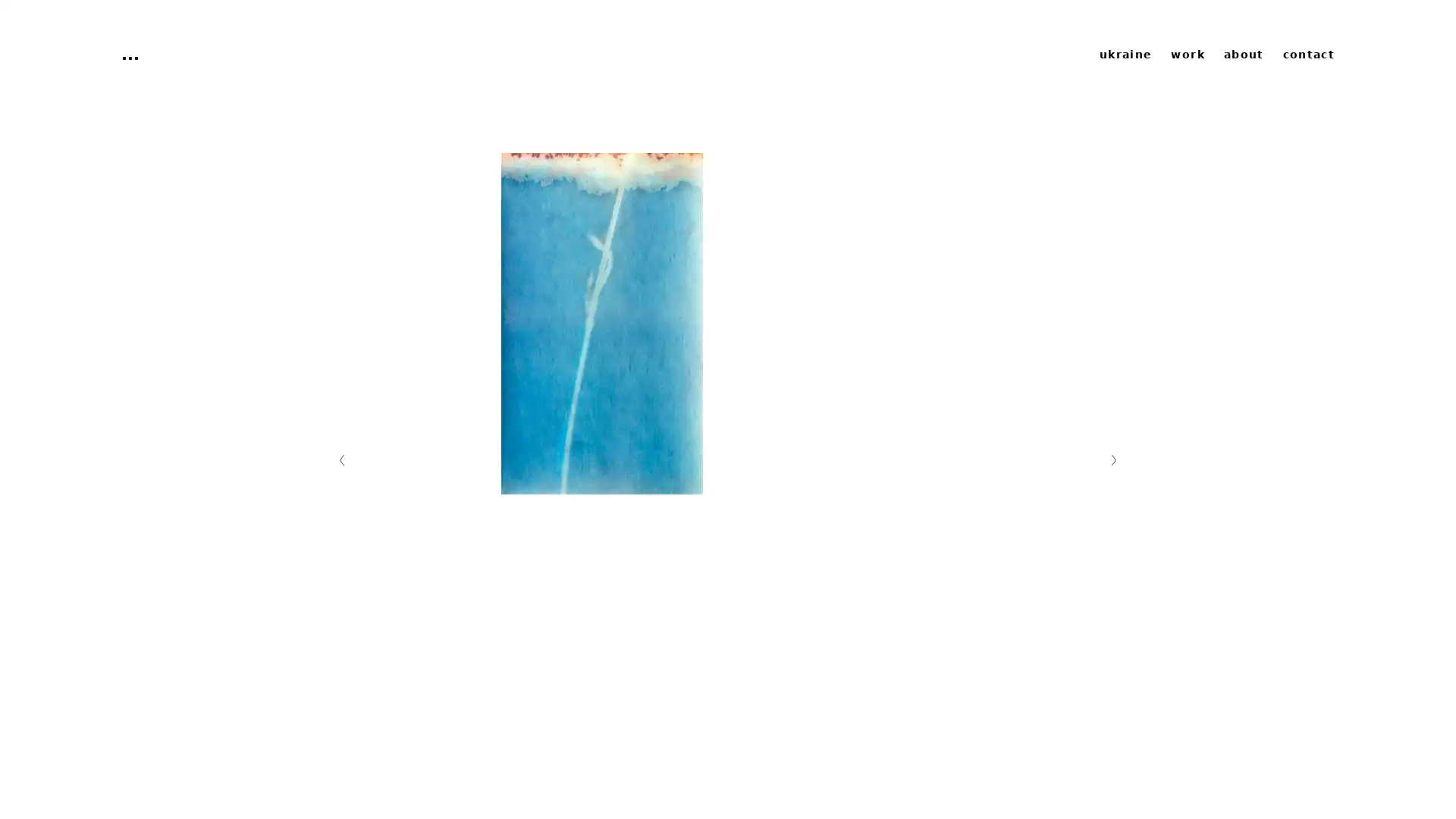  I want to click on Vorherige Folie, so click(340, 459).